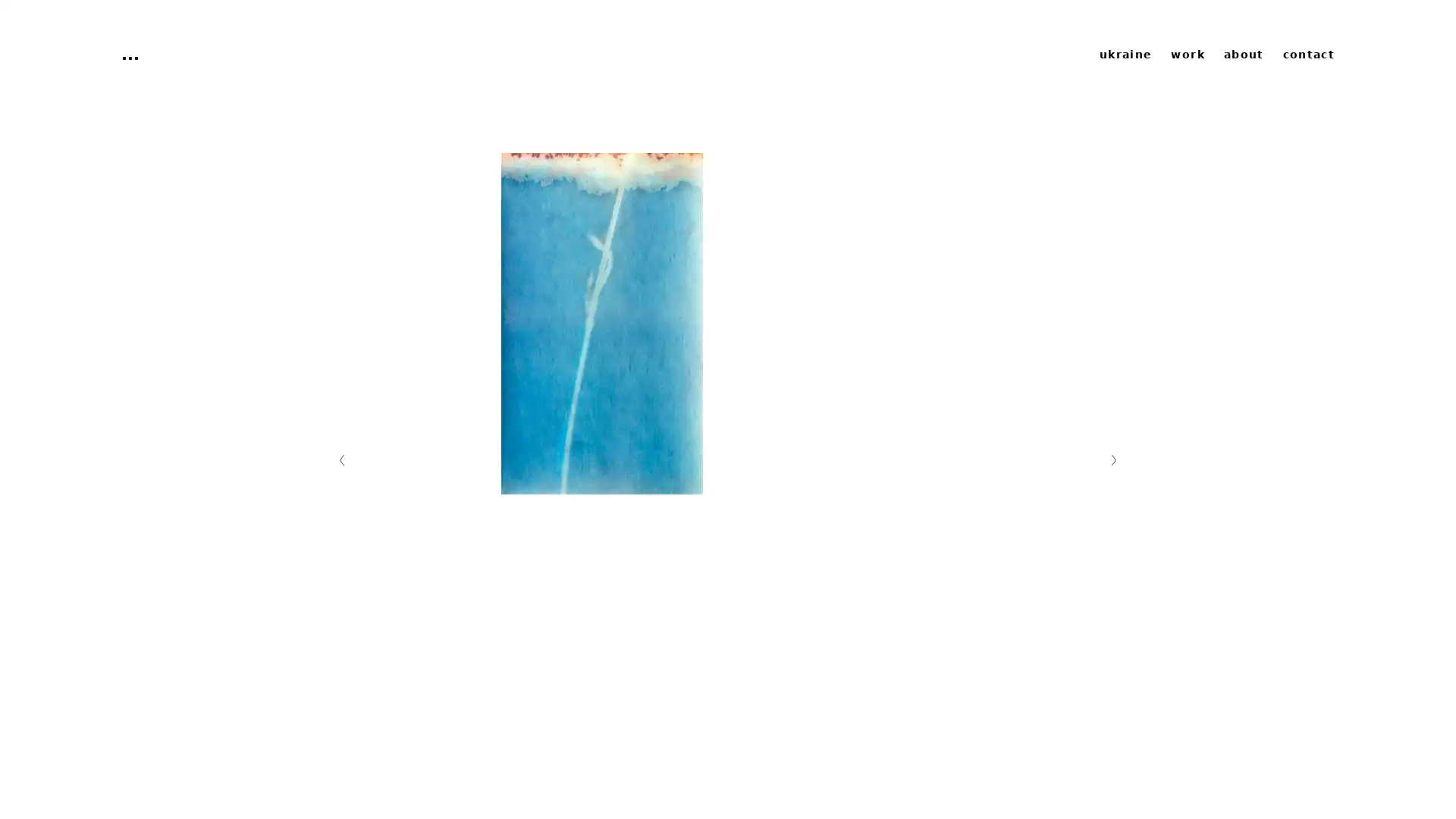  I want to click on Vorherige Folie, so click(340, 459).